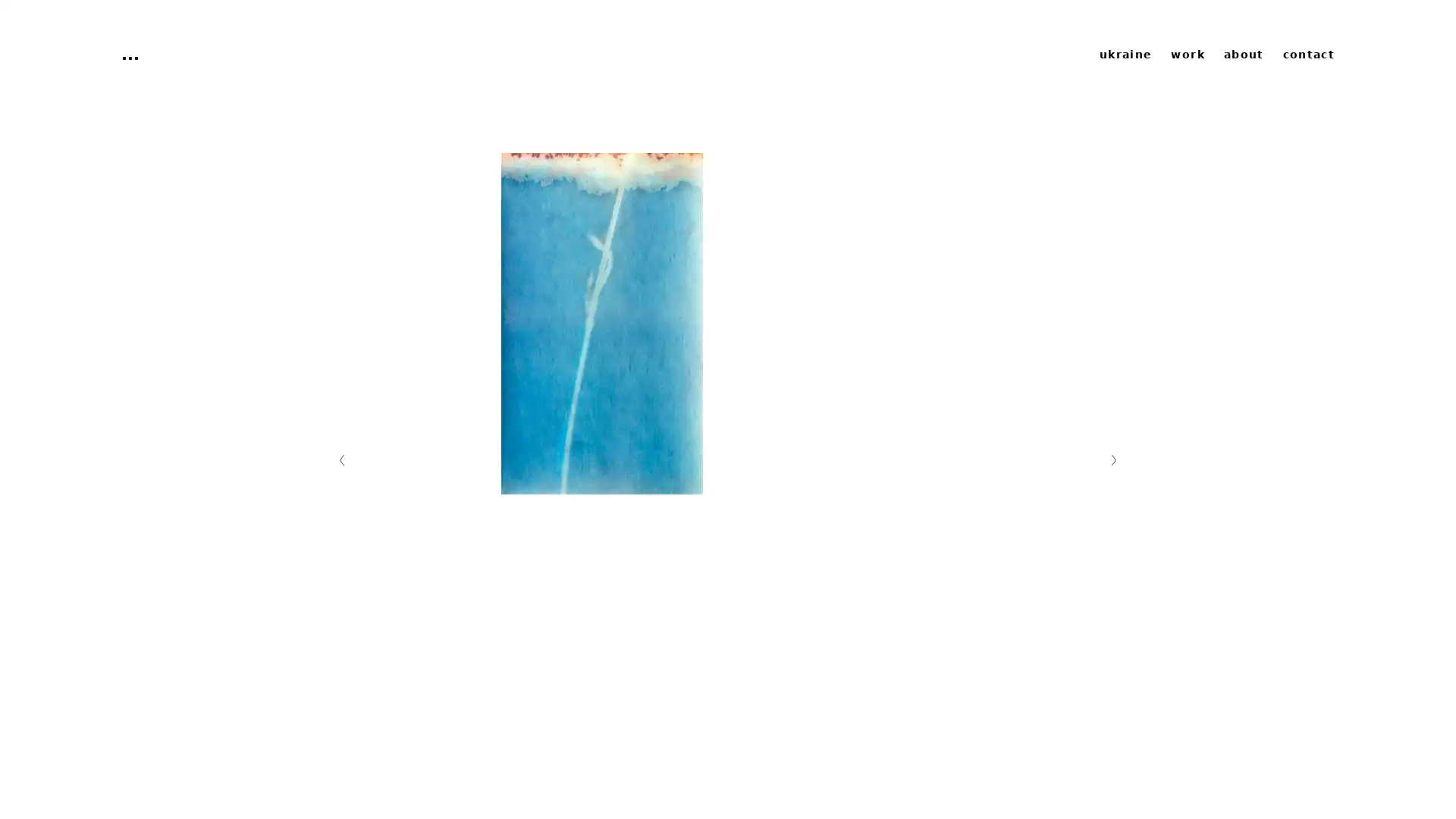  I want to click on Vorherige Folie, so click(340, 459).